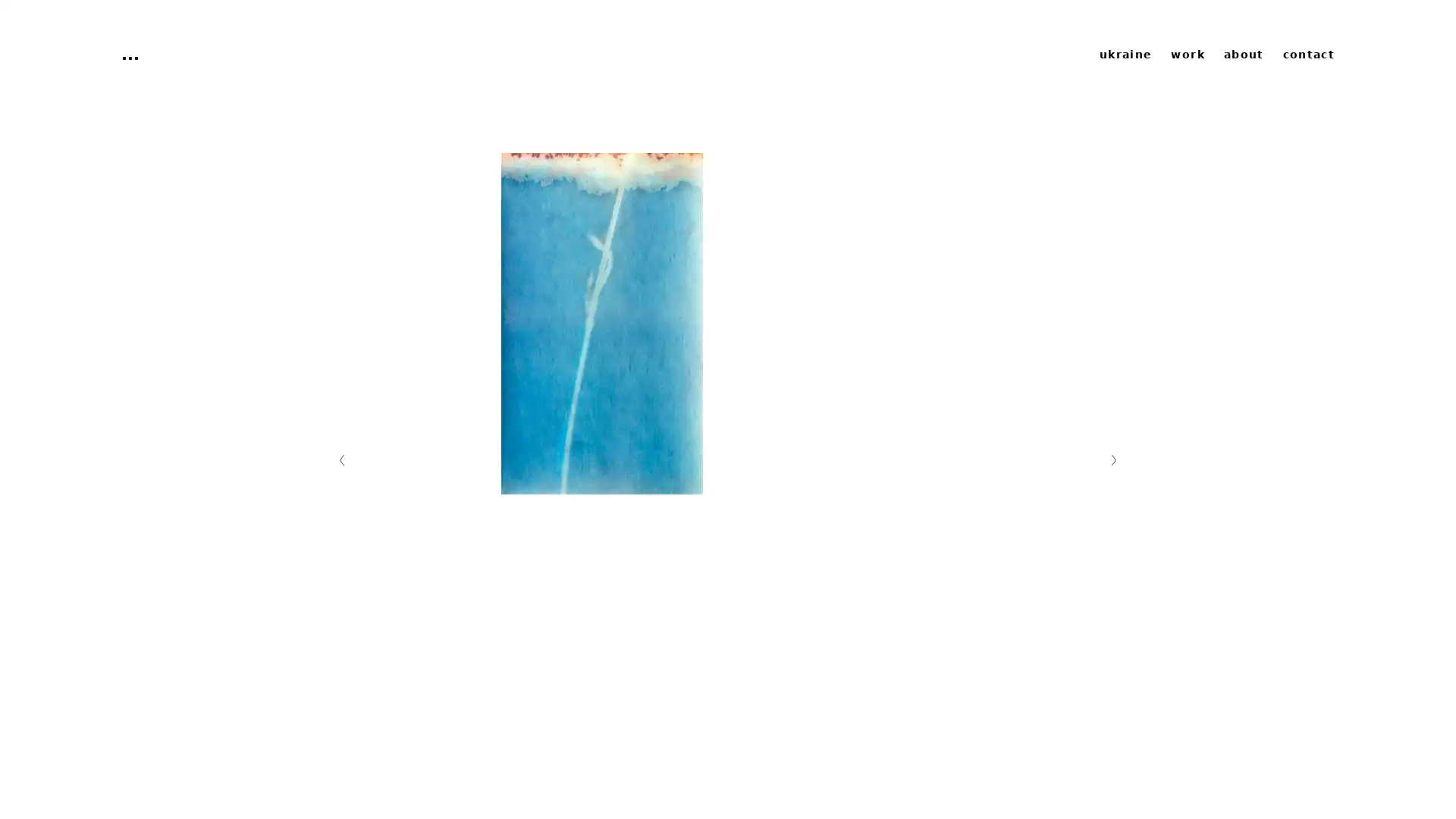  I want to click on Vorherige Folie, so click(340, 459).